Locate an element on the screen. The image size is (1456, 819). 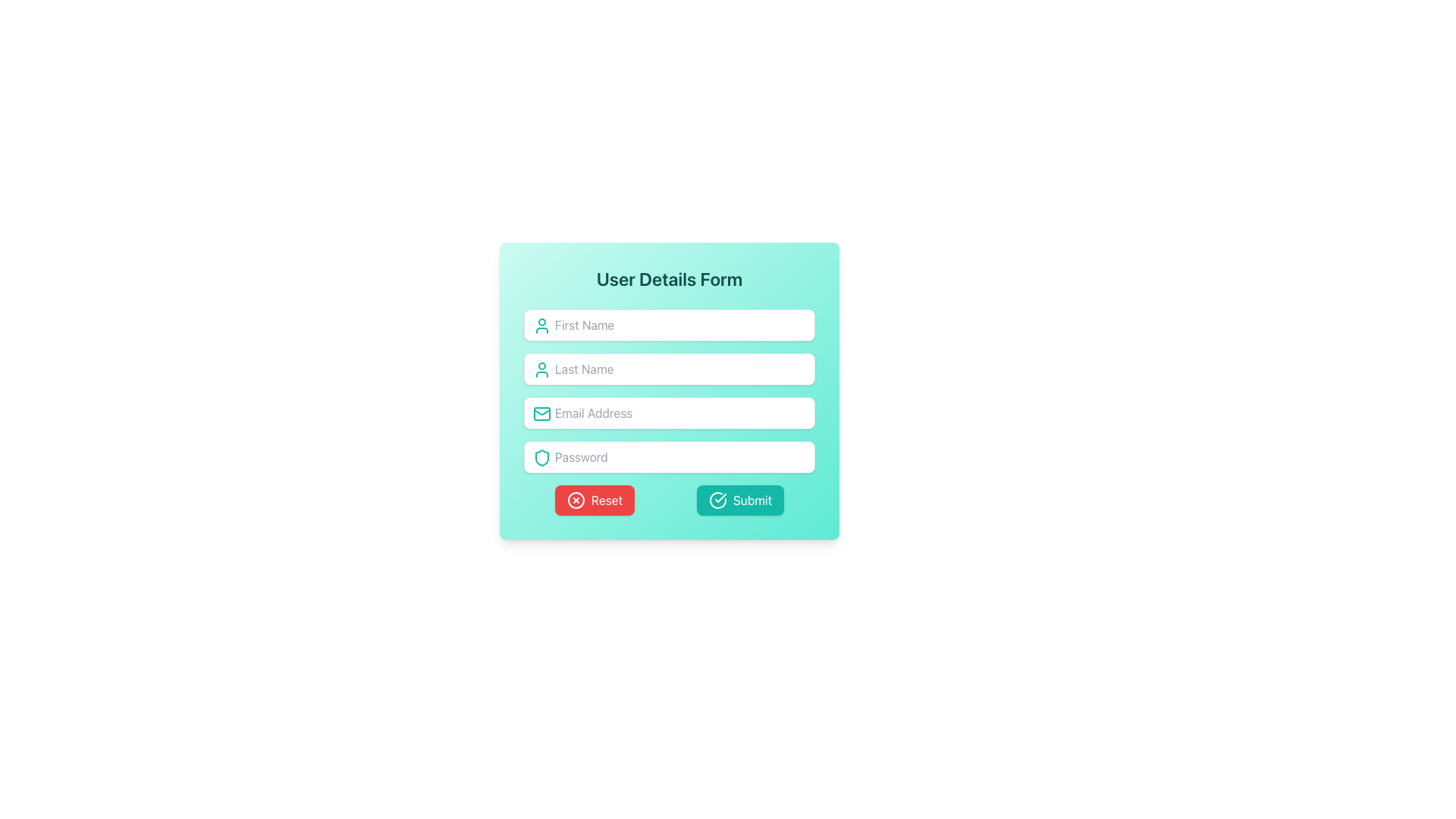
the circular graphical decoration representing the cancel or close action within the 'Reset' button located at the bottom-left corner of the form is located at coordinates (575, 500).